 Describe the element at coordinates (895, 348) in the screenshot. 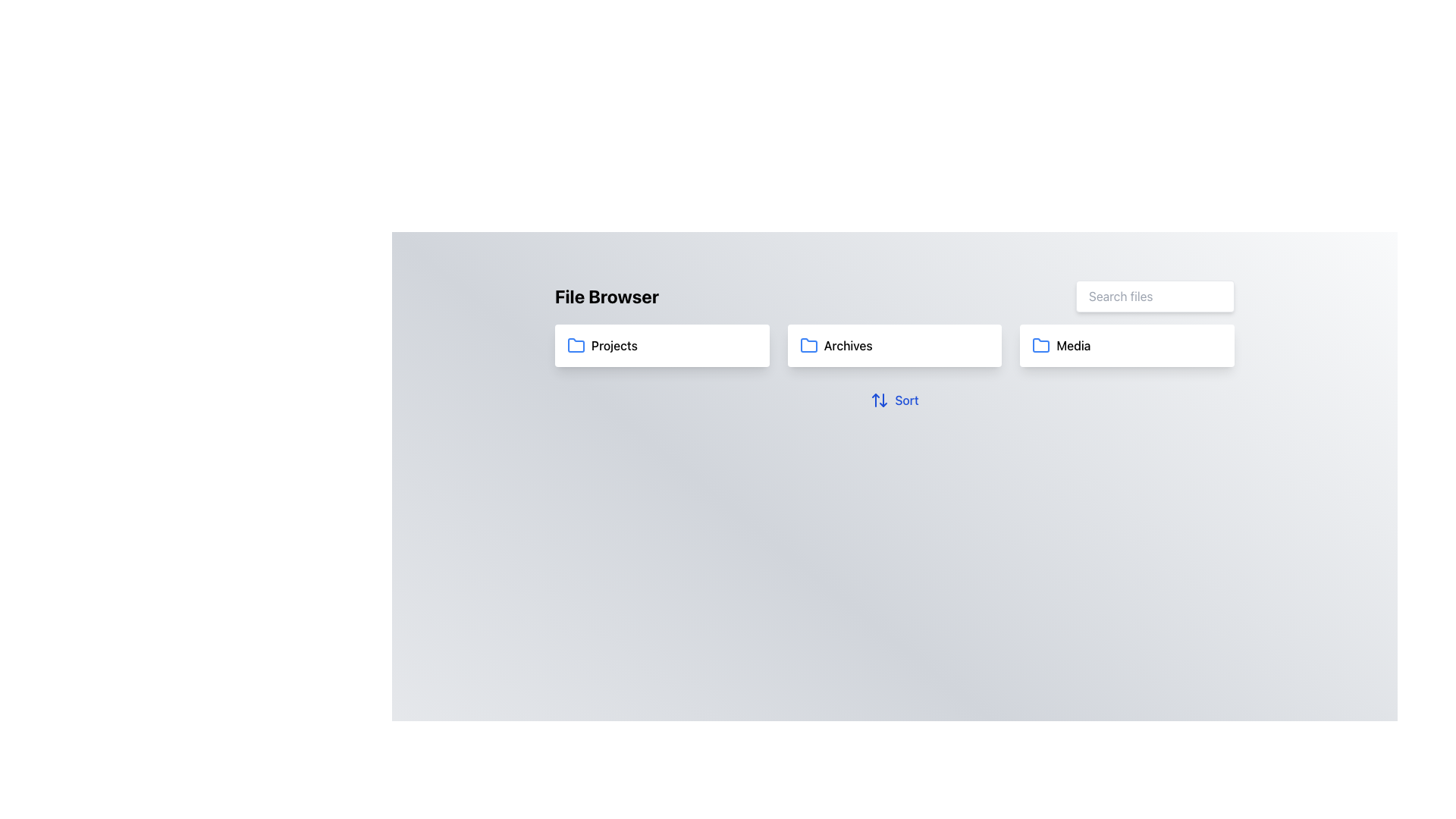

I see `the 'Archives' card in the file management interface` at that location.